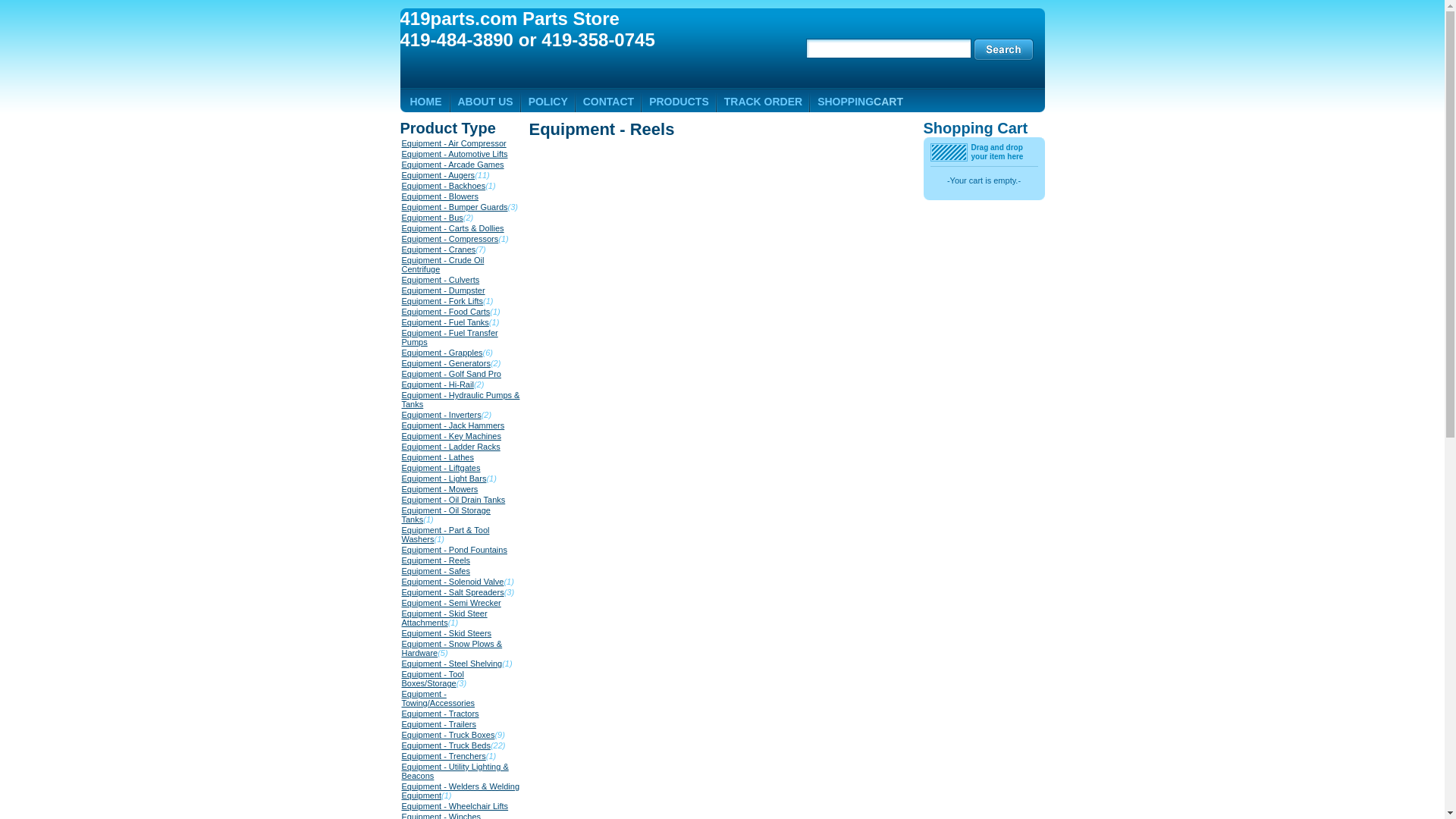 Image resolution: width=1456 pixels, height=819 pixels. Describe the element at coordinates (401, 263) in the screenshot. I see `'Equipment - Crude Oil Centrifuge'` at that location.